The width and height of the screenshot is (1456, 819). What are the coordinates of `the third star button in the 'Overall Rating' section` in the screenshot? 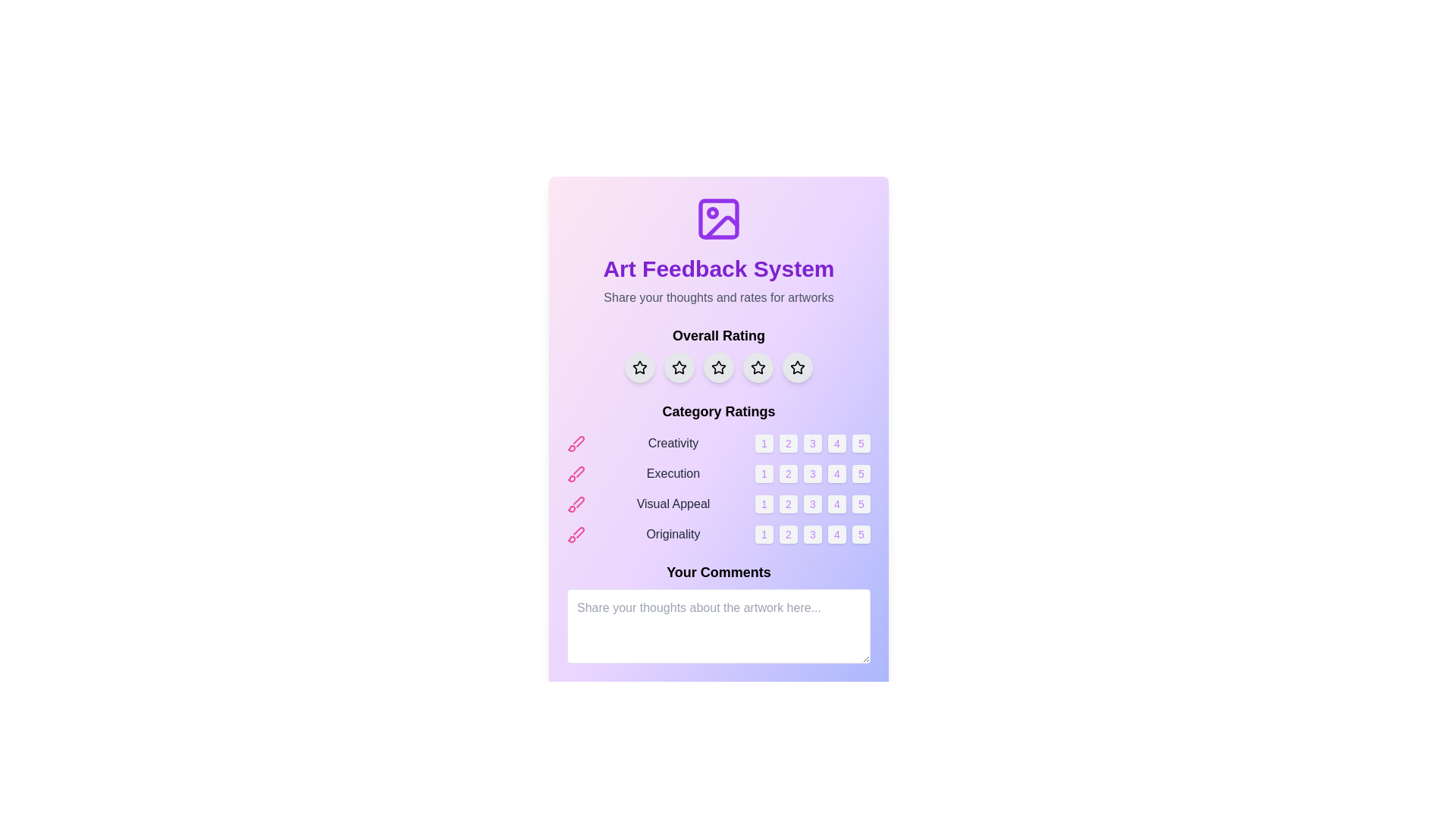 It's located at (718, 368).